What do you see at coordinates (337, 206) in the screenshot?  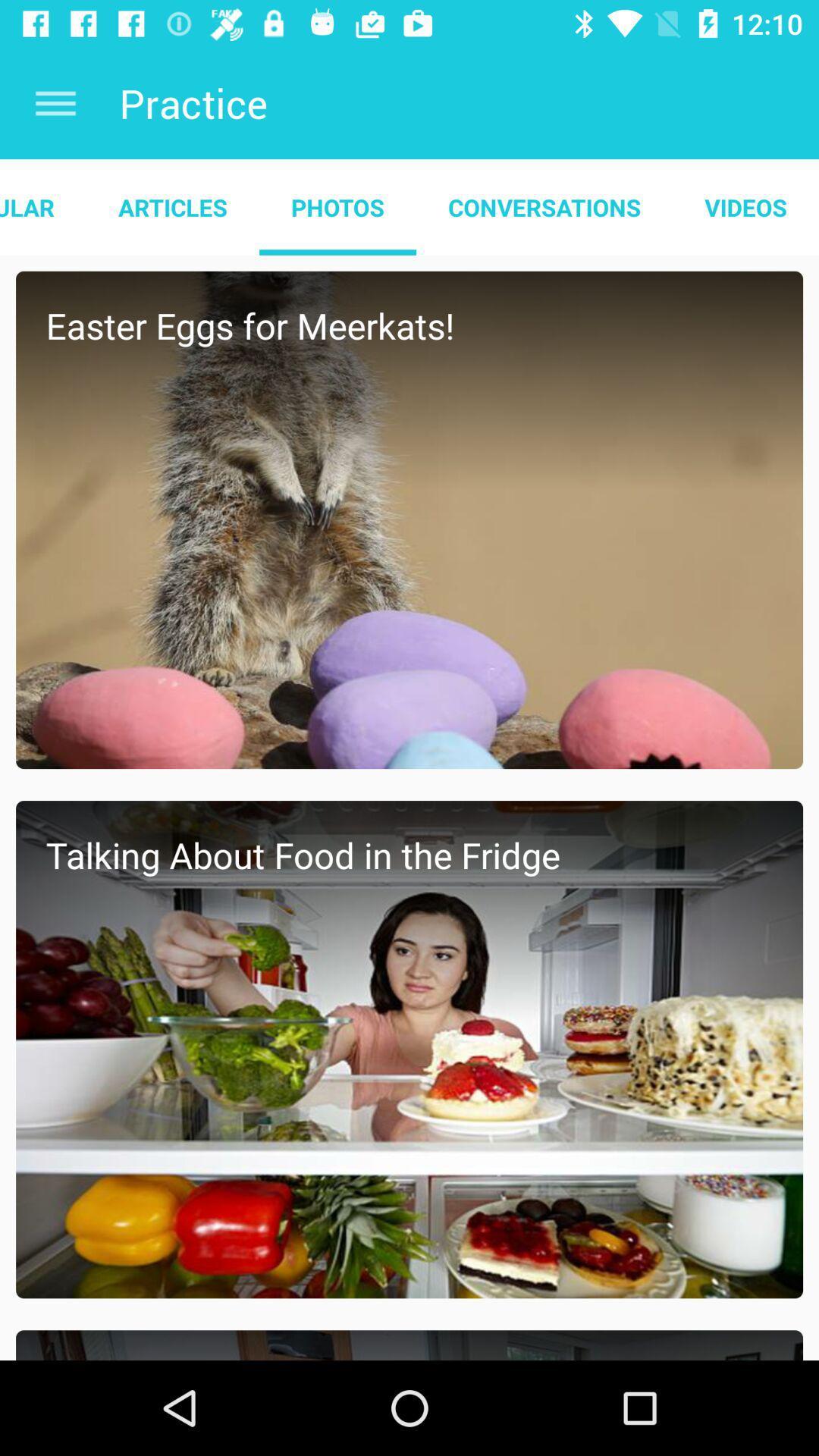 I see `the app to the right of the articles` at bounding box center [337, 206].